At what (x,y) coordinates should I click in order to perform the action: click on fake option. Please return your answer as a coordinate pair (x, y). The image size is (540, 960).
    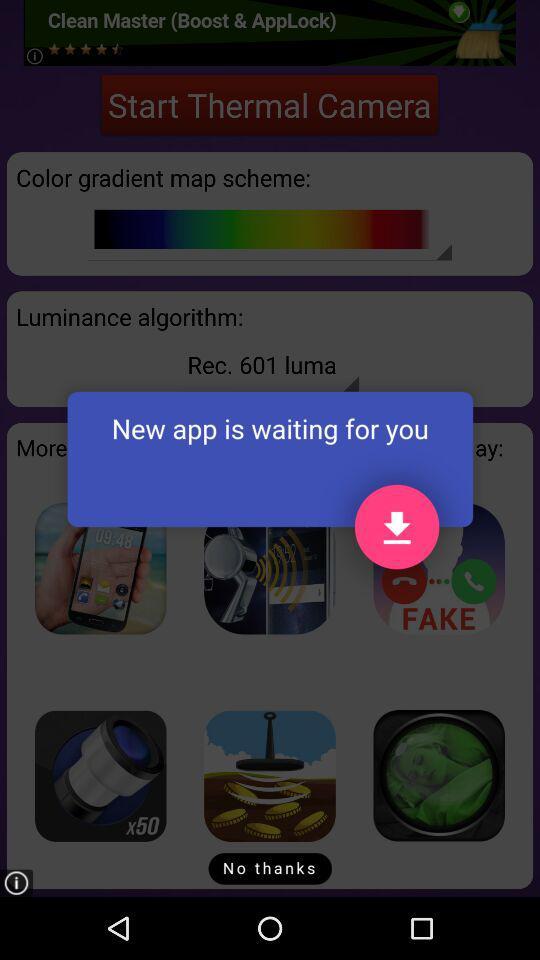
    Looking at the image, I should click on (438, 568).